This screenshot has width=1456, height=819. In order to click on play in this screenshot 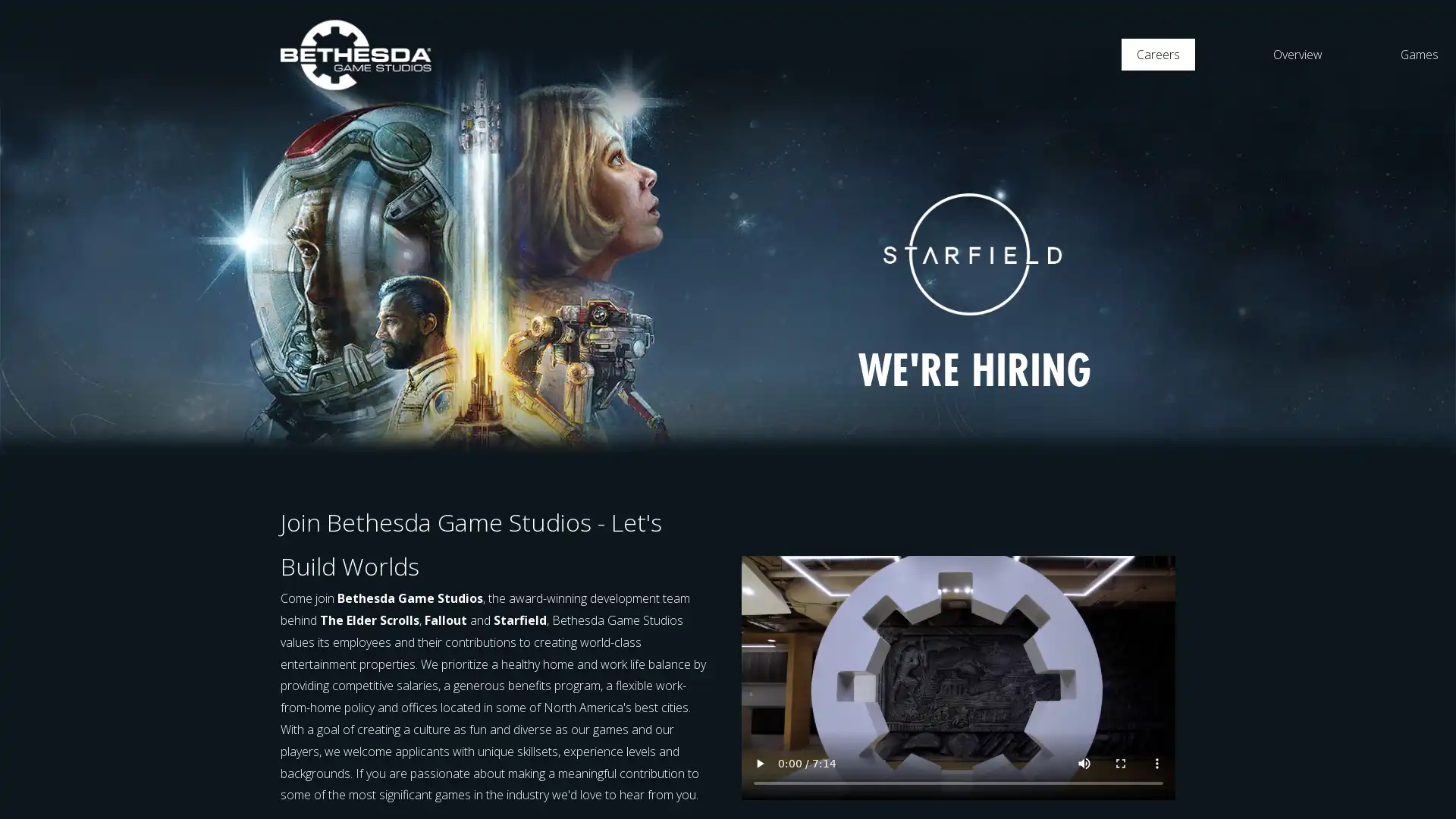, I will do `click(760, 763)`.